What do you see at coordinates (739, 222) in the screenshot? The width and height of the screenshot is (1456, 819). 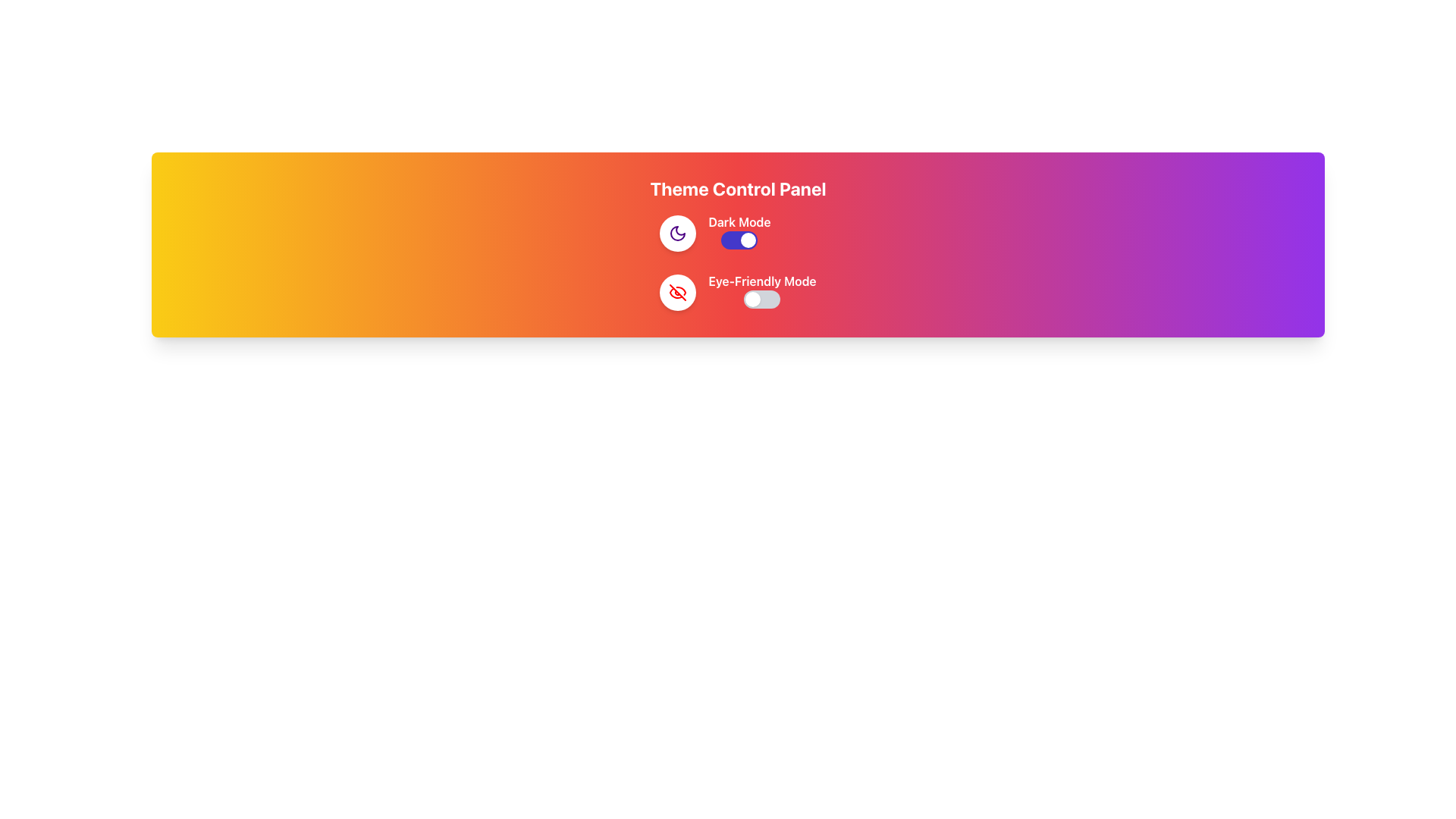 I see `the Text label that describes the functionality of the adjacent toggle switch for enabling or disabling the 'Dark Mode' setting` at bounding box center [739, 222].